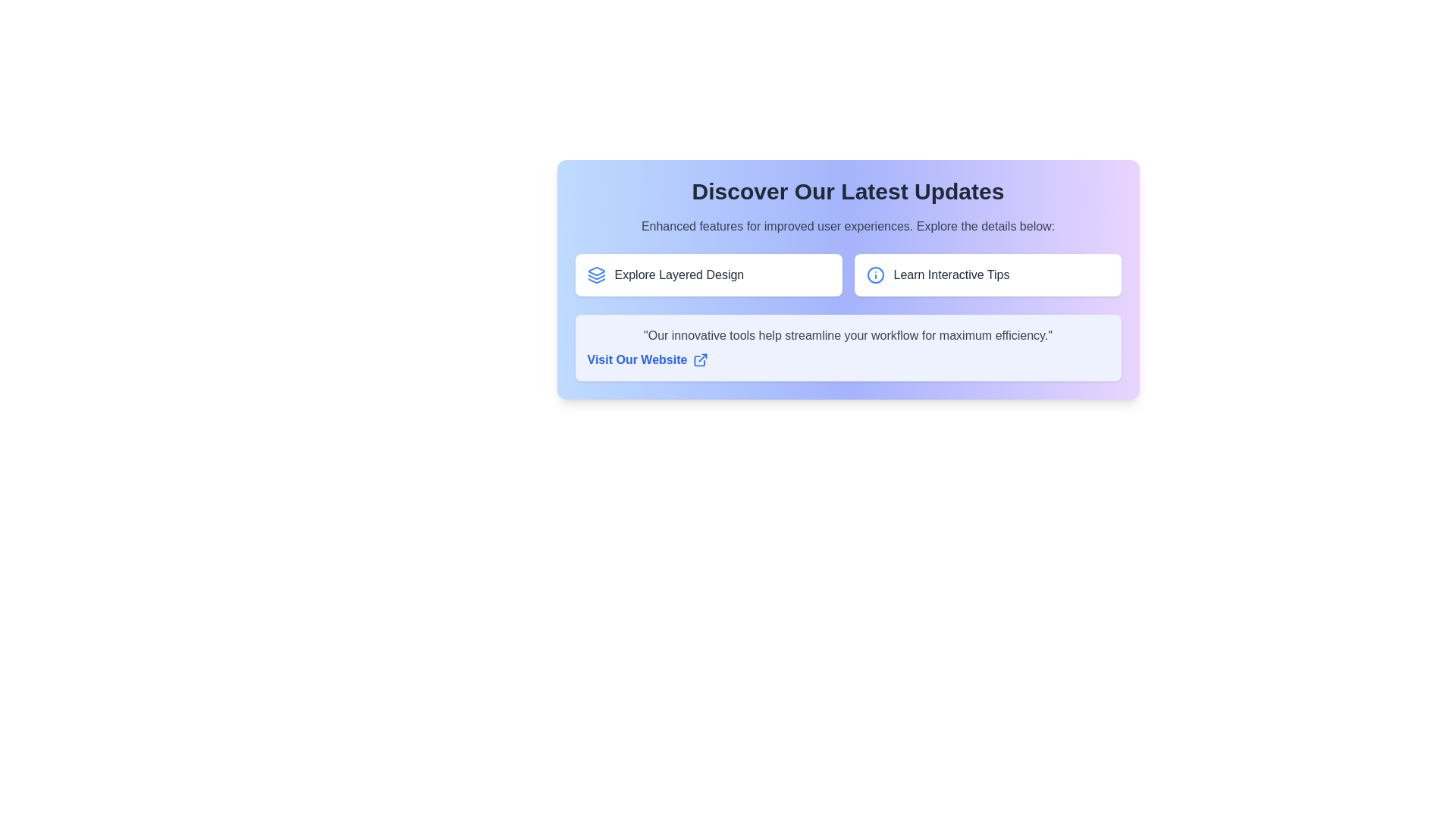  What do you see at coordinates (702, 358) in the screenshot?
I see `the external link icon that signifies an action related to the 'Visit Our Website' link, located near the bottom-right of the text` at bounding box center [702, 358].